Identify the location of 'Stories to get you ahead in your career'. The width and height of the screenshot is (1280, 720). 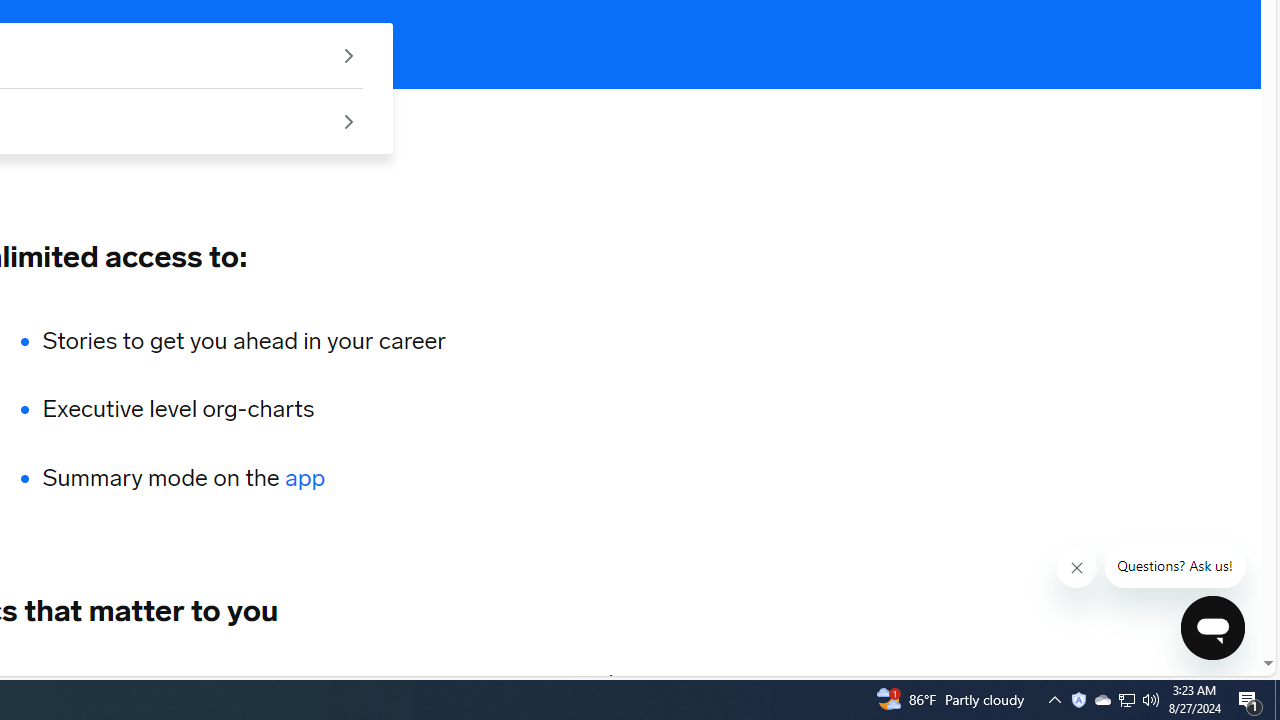
(242, 339).